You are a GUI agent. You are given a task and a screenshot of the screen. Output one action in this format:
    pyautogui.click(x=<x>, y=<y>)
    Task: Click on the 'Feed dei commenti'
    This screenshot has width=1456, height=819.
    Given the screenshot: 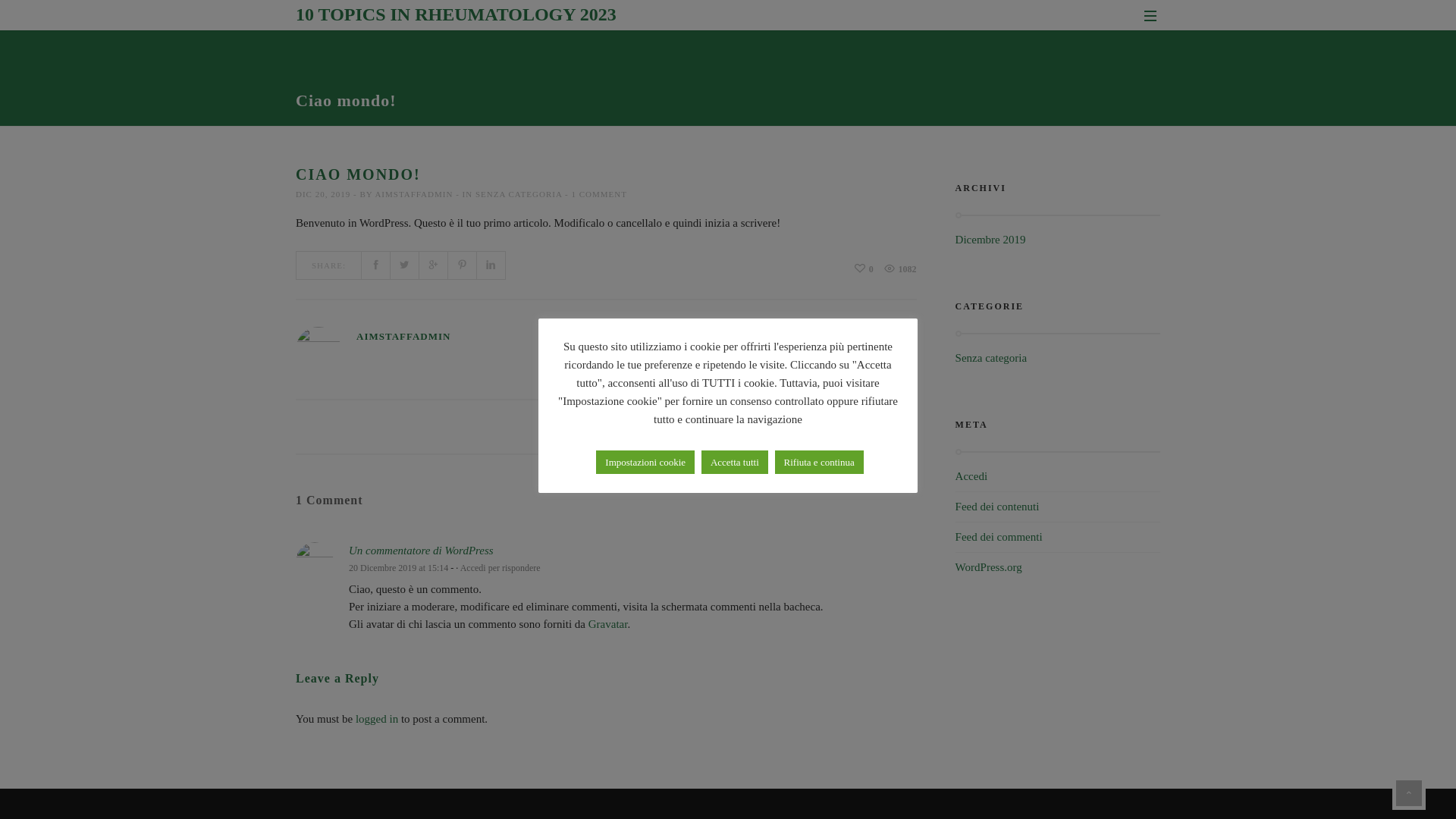 What is the action you would take?
    pyautogui.click(x=954, y=536)
    